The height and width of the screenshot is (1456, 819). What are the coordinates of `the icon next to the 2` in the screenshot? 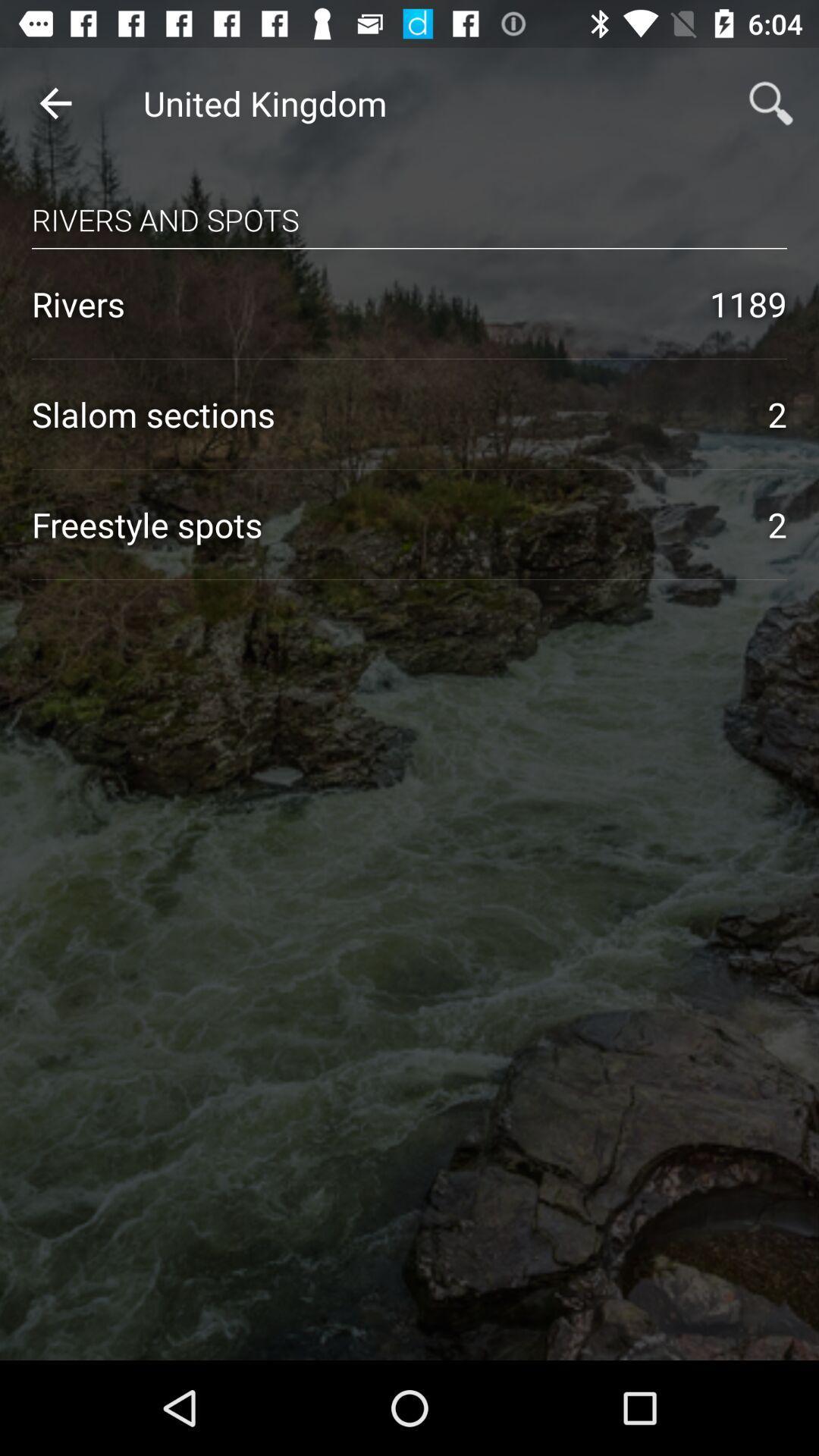 It's located at (383, 414).